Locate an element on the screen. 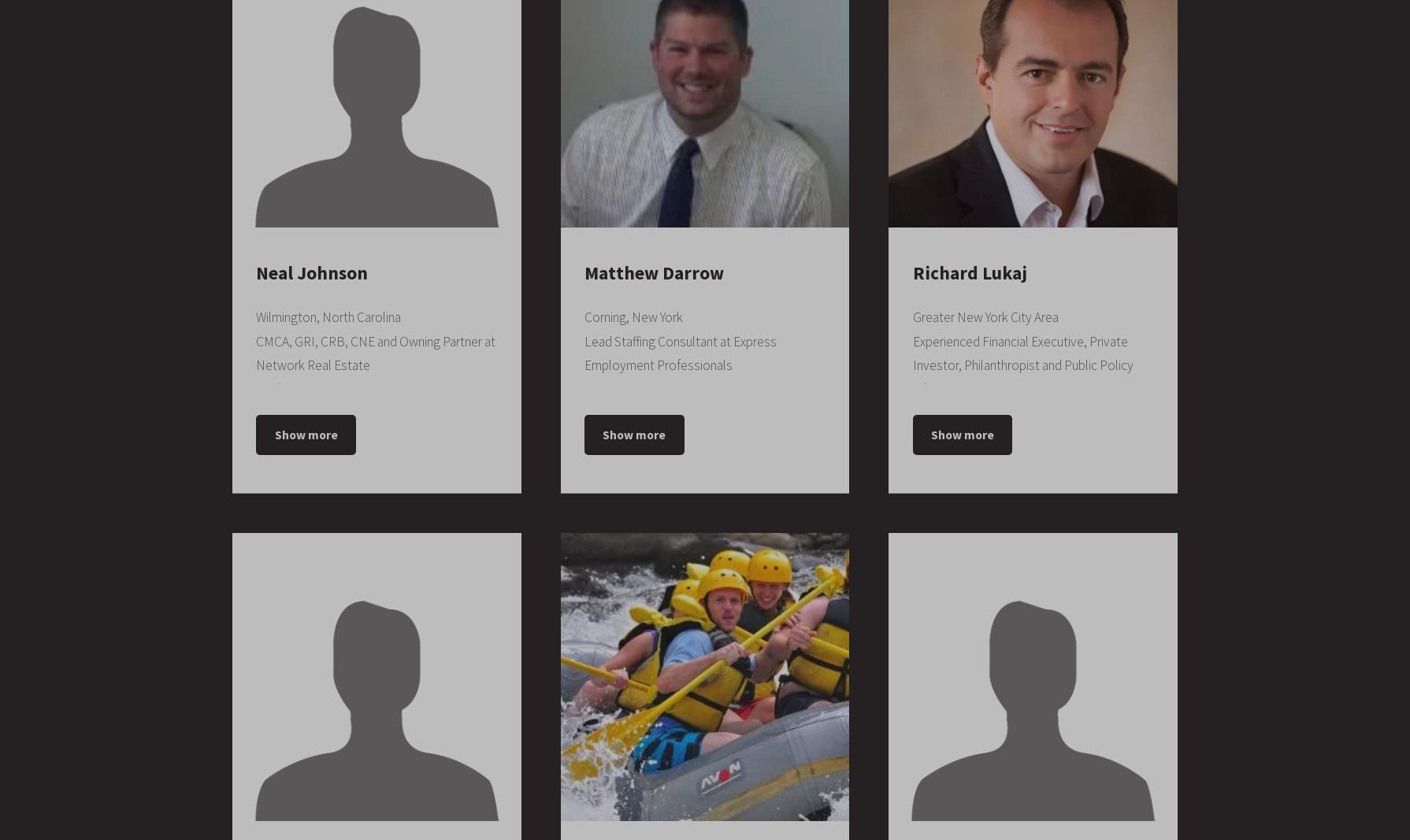 Image resolution: width=1410 pixels, height=840 pixels. 'Spencerport' is located at coordinates (621, 770).